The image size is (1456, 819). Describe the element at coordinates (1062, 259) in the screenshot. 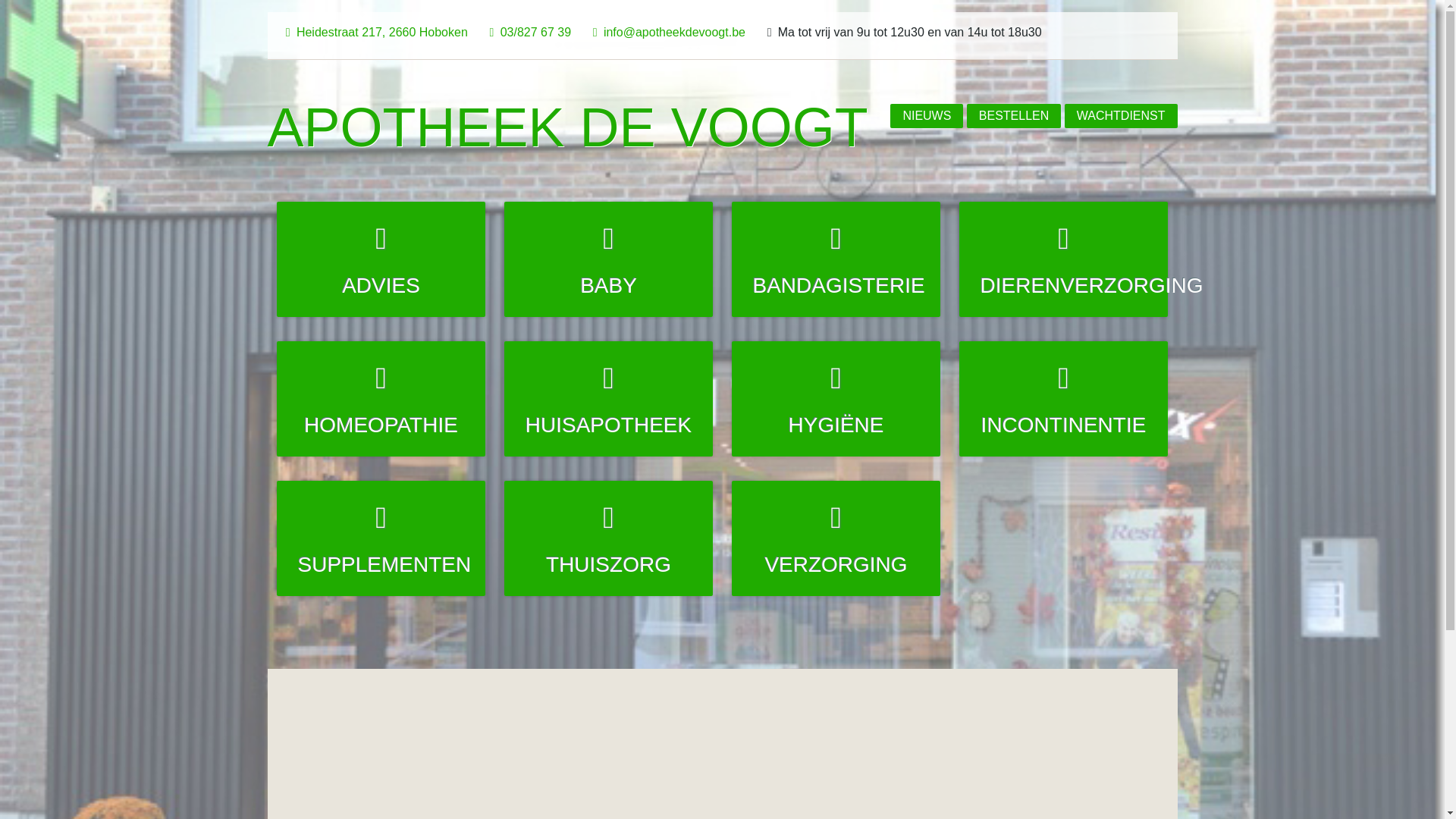

I see `'DIERENVERZORGING'` at that location.